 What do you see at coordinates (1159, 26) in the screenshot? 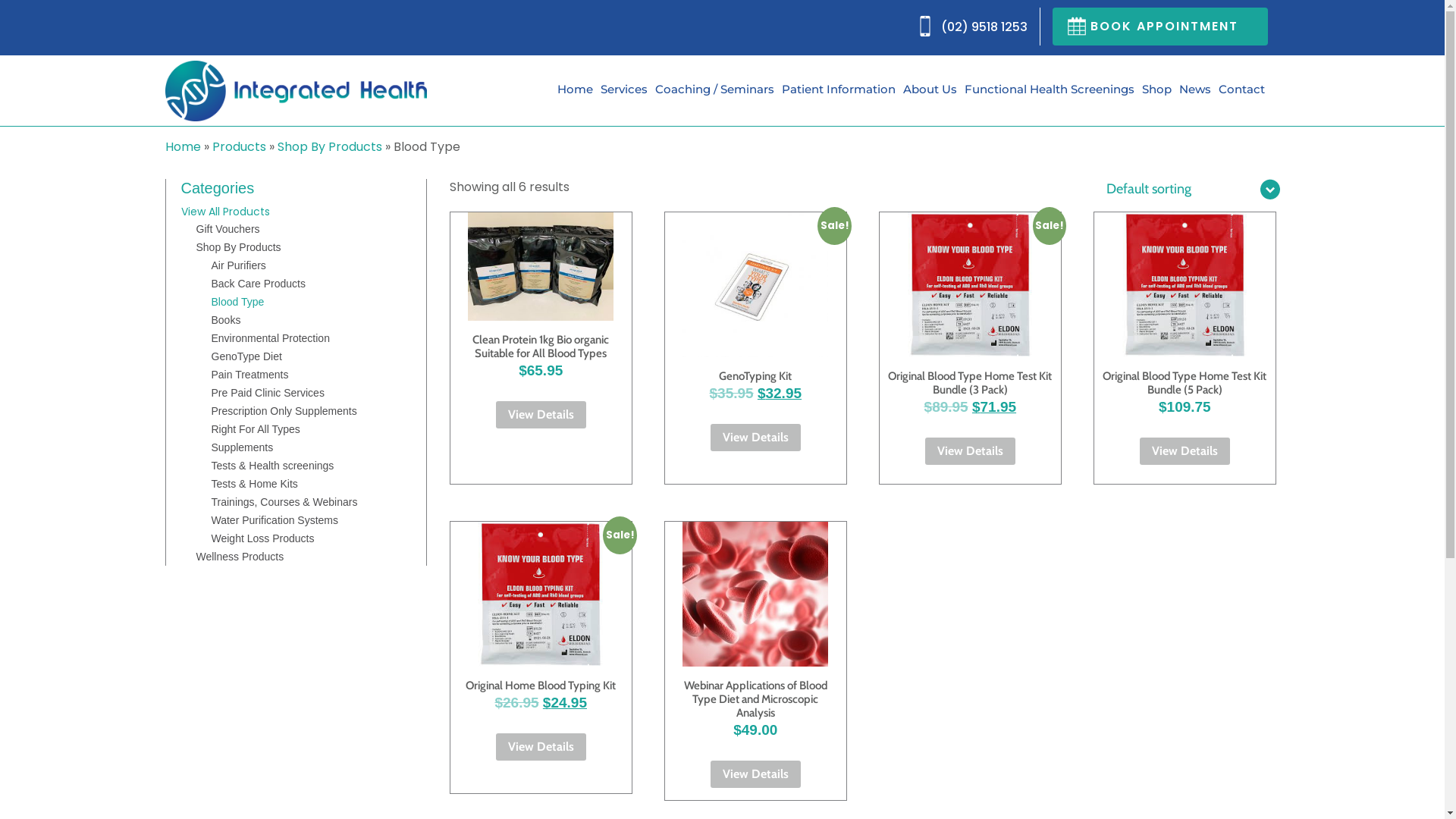
I see `'BOOK APPOINTMENT'` at bounding box center [1159, 26].